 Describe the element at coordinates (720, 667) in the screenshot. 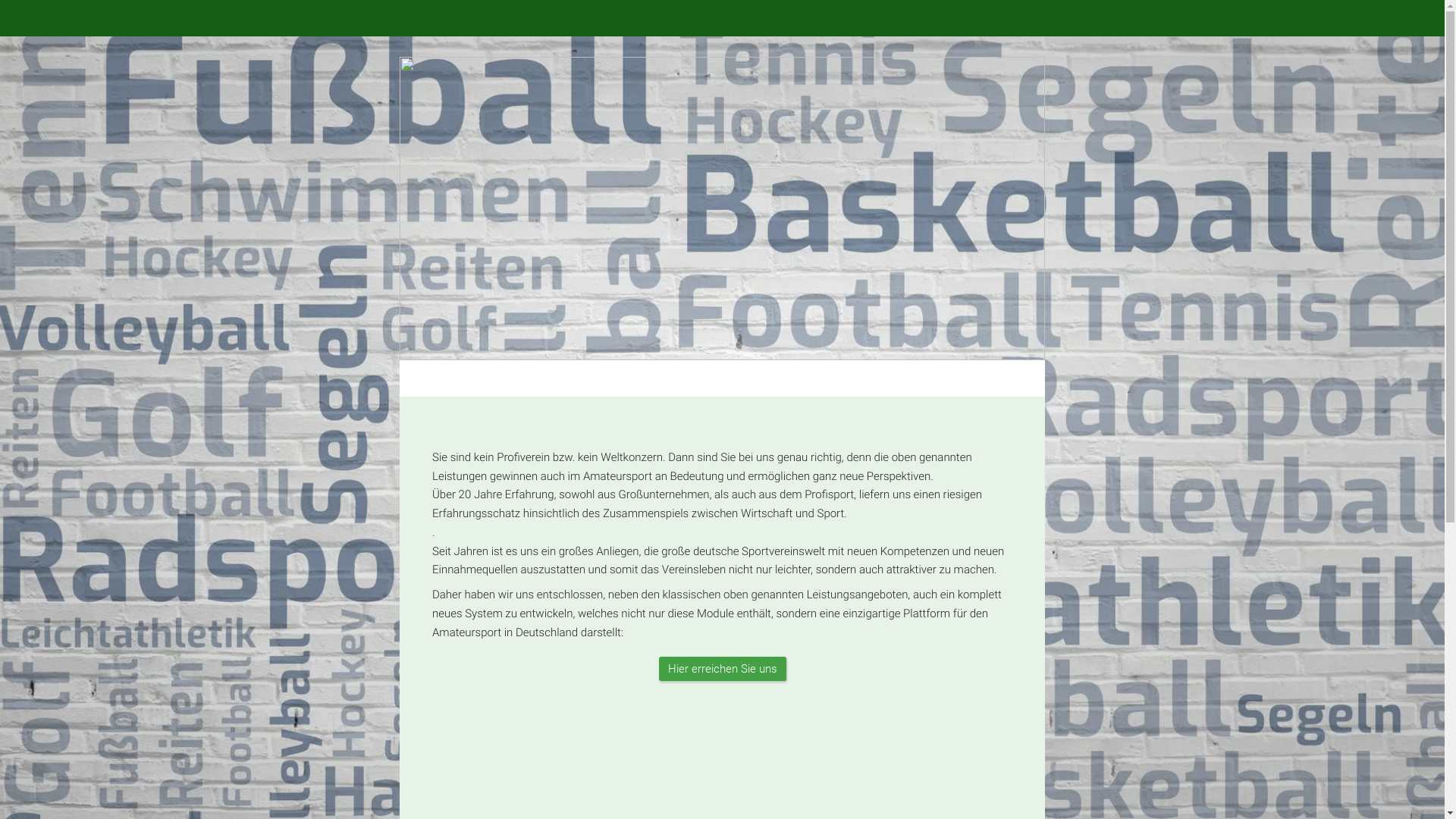

I see `'Hier erreichen Sie uns'` at that location.